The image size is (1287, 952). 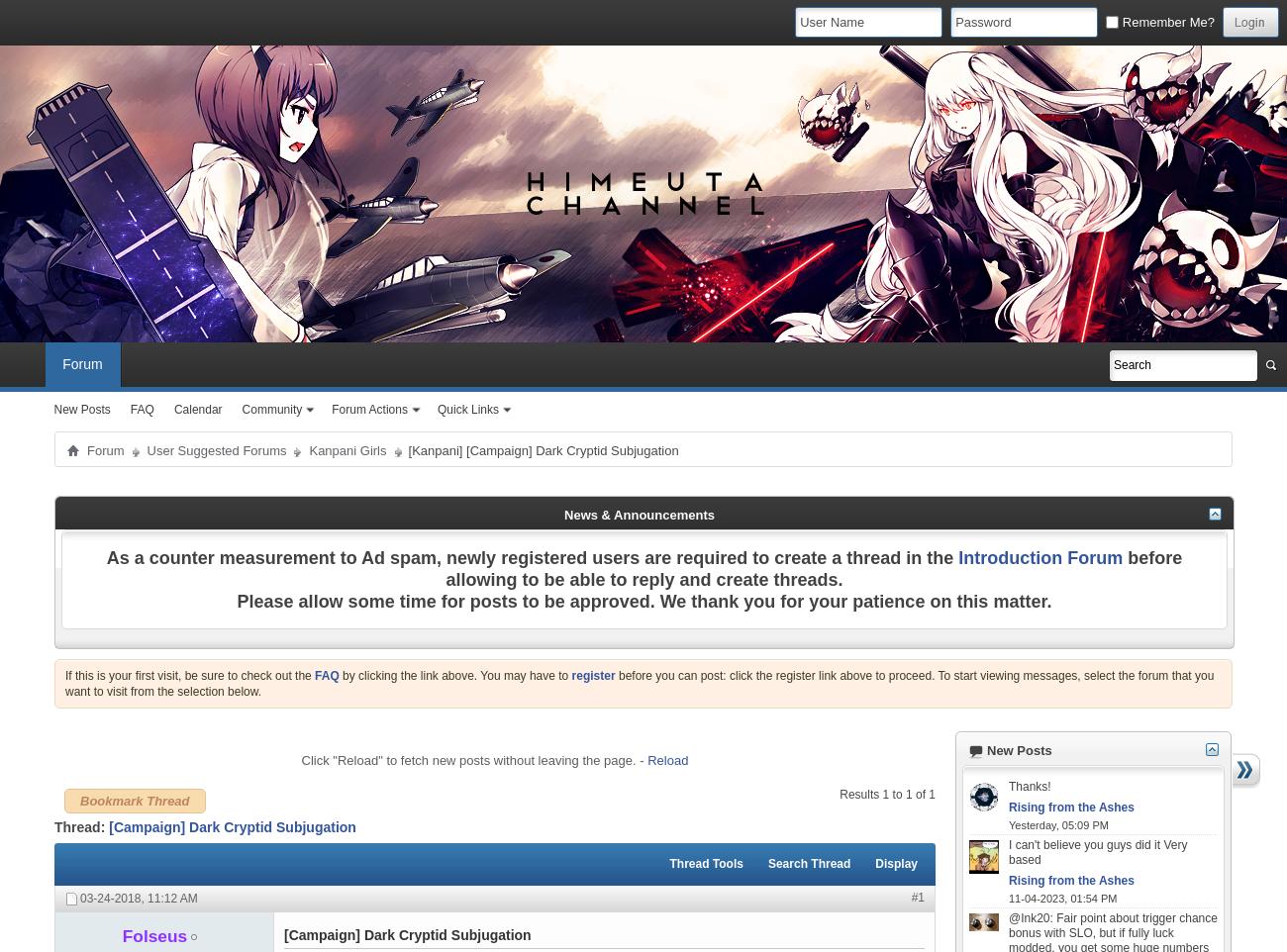 I want to click on '11-04-2023,', so click(x=1007, y=896).